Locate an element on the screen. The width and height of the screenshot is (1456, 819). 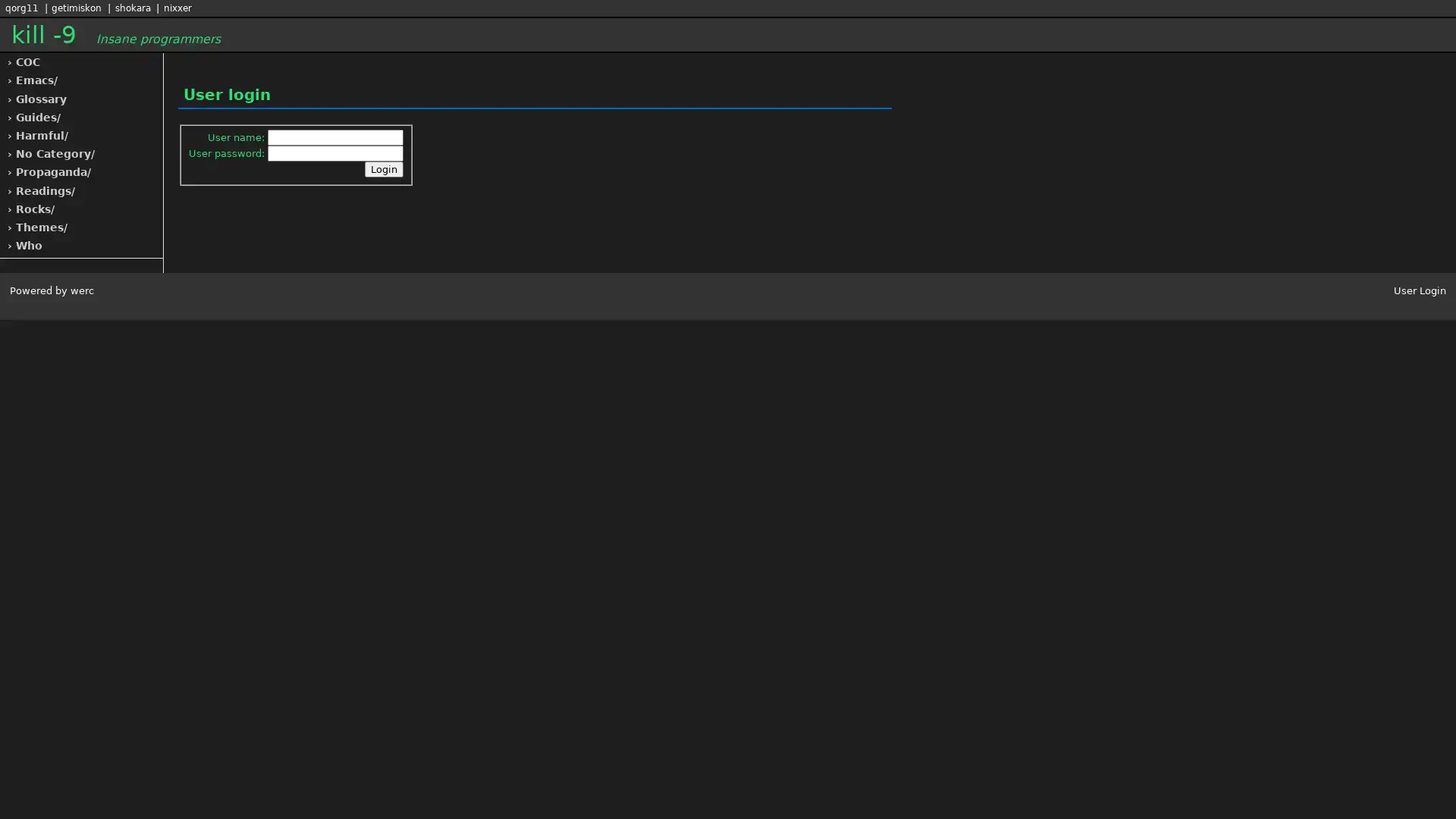
Login is located at coordinates (384, 169).